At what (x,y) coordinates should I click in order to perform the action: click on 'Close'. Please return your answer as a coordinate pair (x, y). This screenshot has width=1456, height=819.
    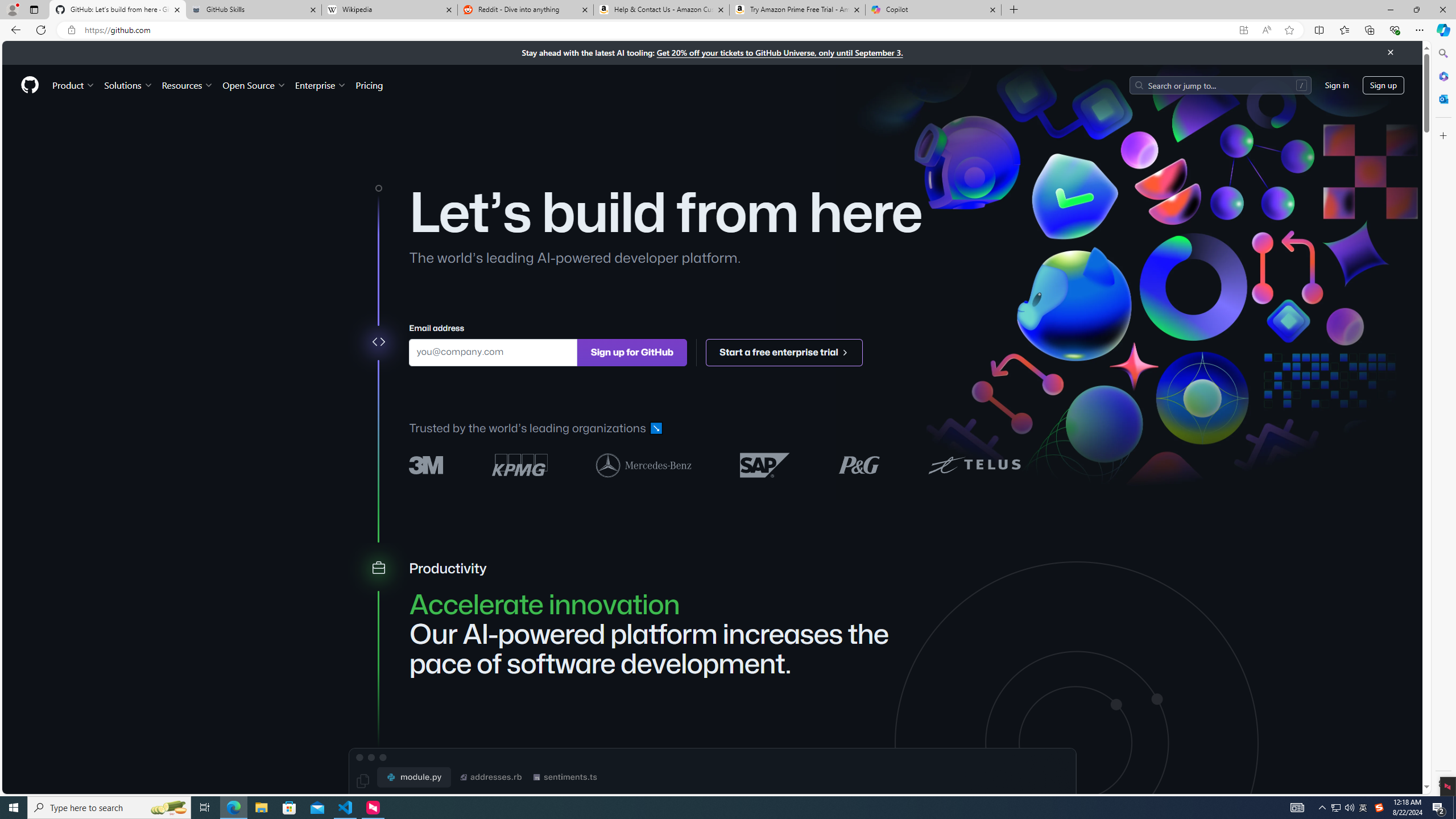
    Looking at the image, I should click on (1389, 52).